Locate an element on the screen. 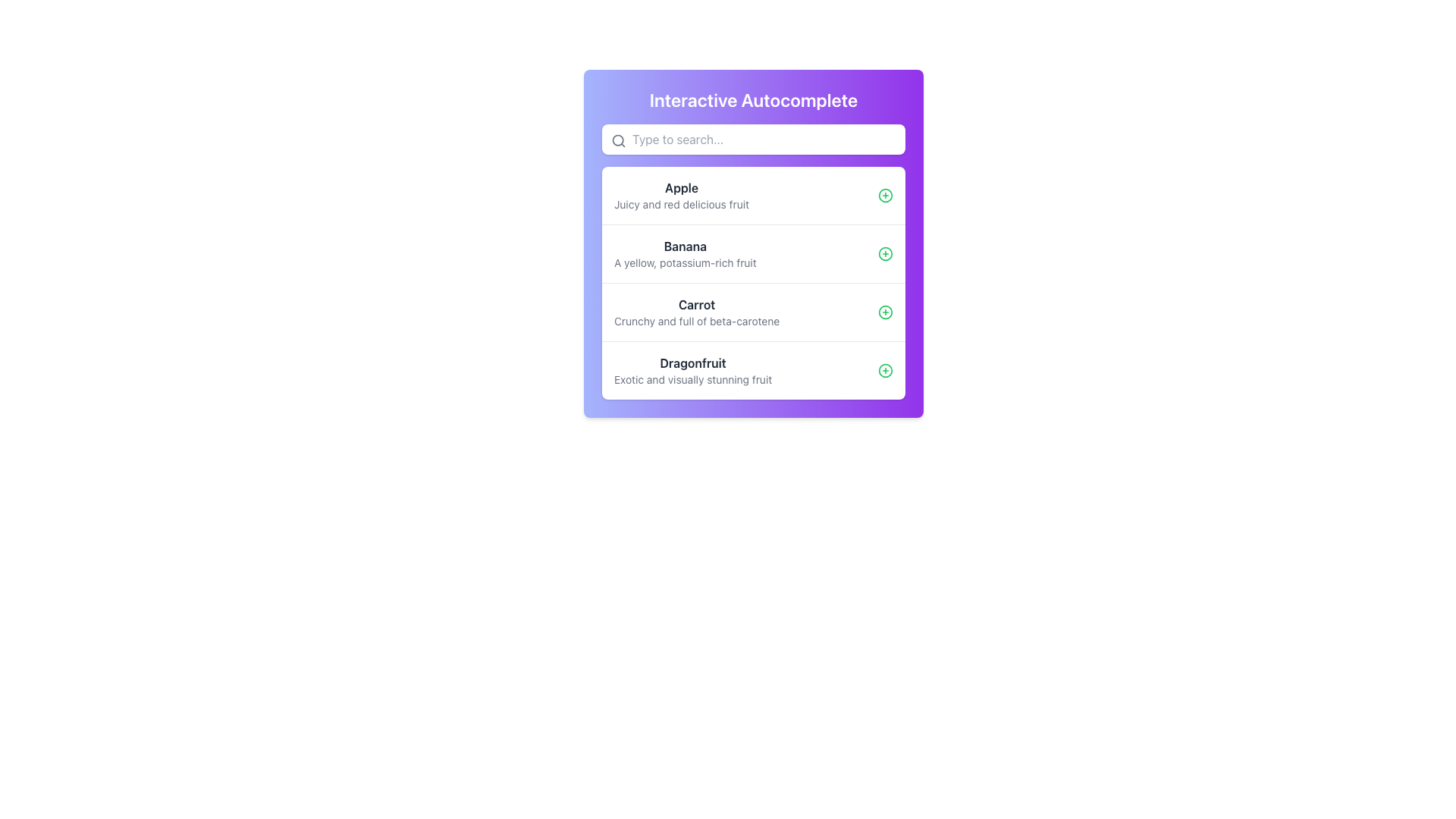  the static text label providing additional information about the 'Carrot' item, which is located below the bold heading 'Carrot' as the third entry in the list is located at coordinates (696, 321).